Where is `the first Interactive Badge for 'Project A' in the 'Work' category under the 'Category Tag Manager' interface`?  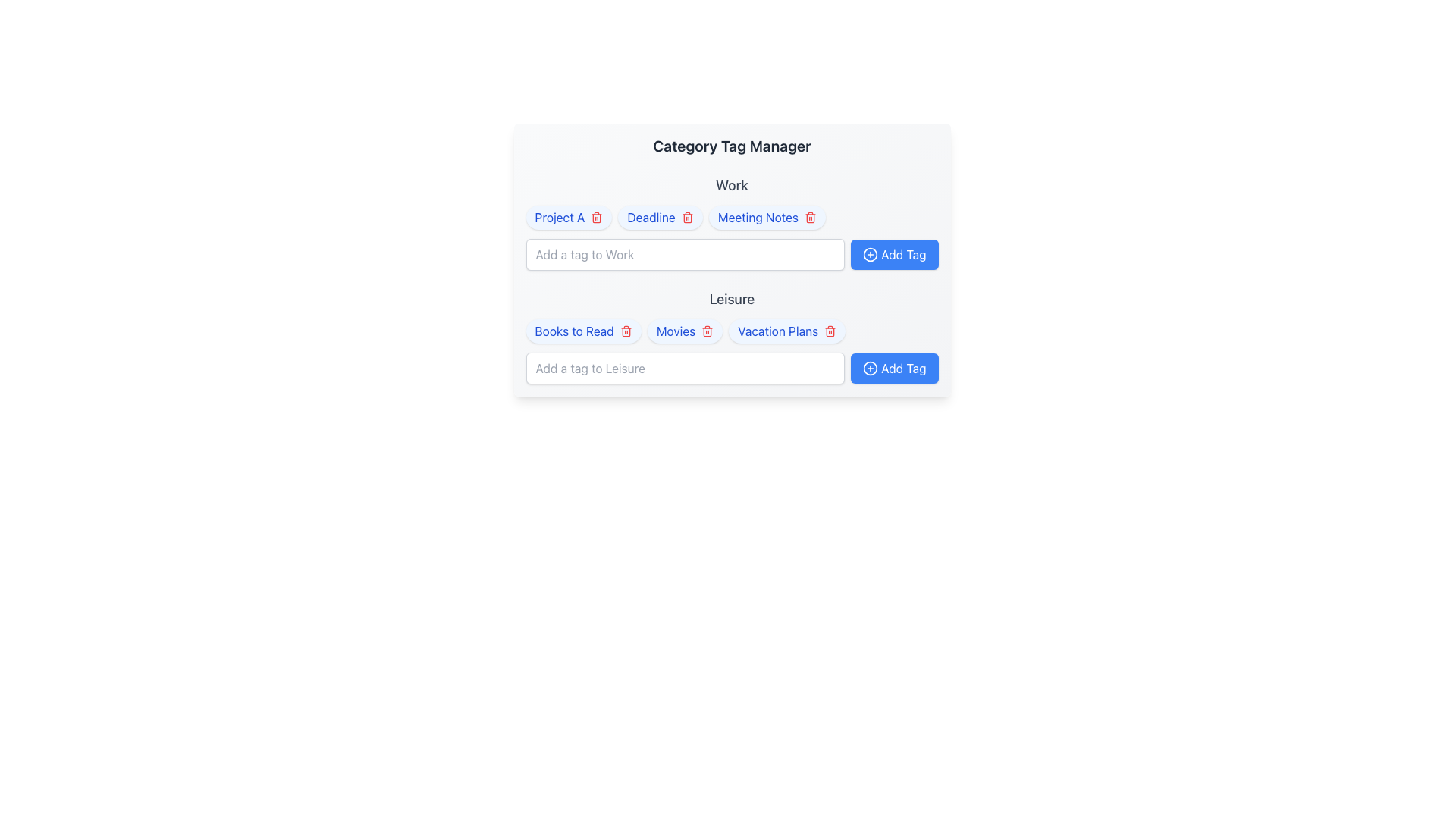 the first Interactive Badge for 'Project A' in the 'Work' category under the 'Category Tag Manager' interface is located at coordinates (568, 217).